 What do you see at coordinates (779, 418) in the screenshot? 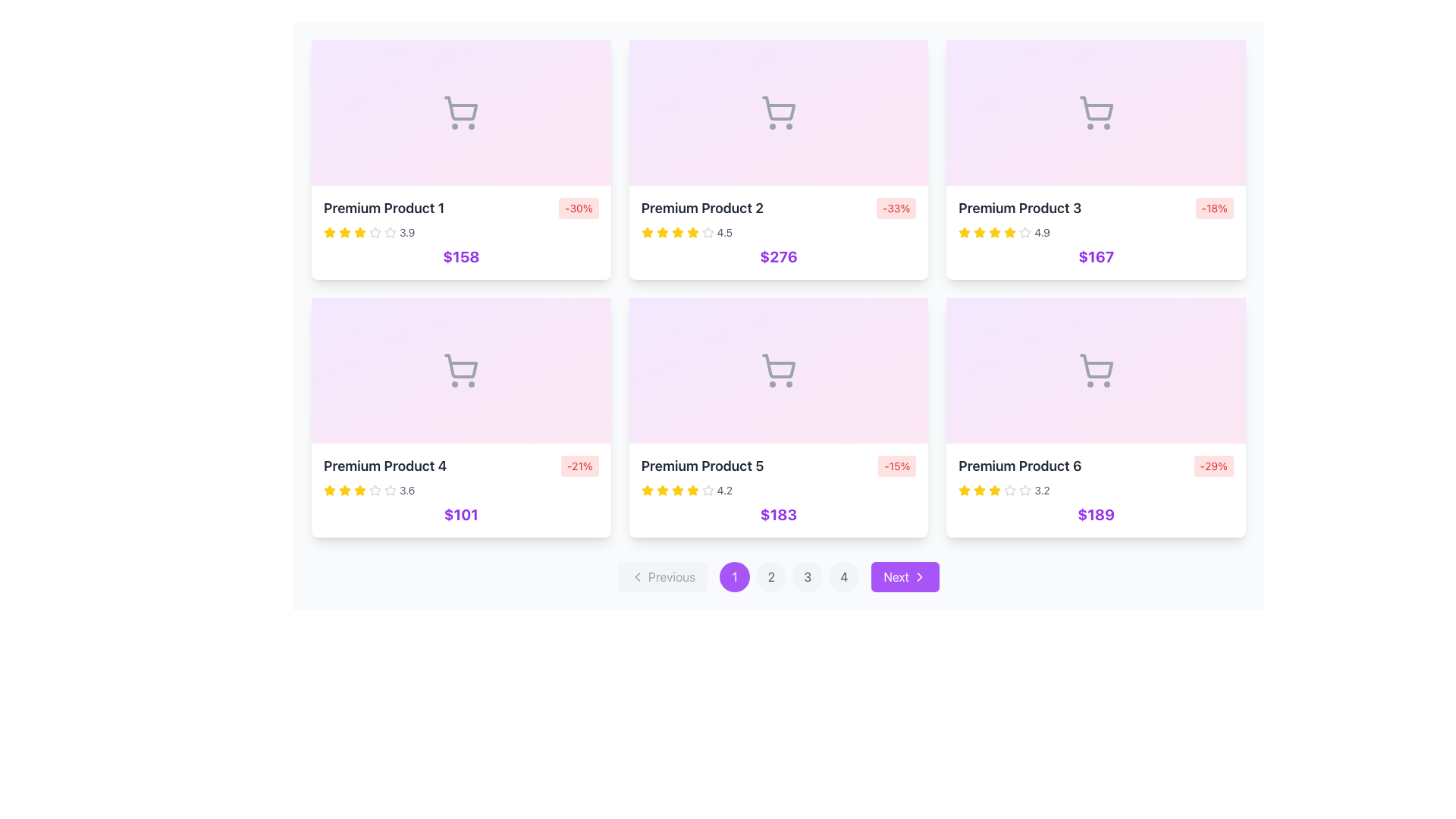
I see `the fifth product card` at bounding box center [779, 418].